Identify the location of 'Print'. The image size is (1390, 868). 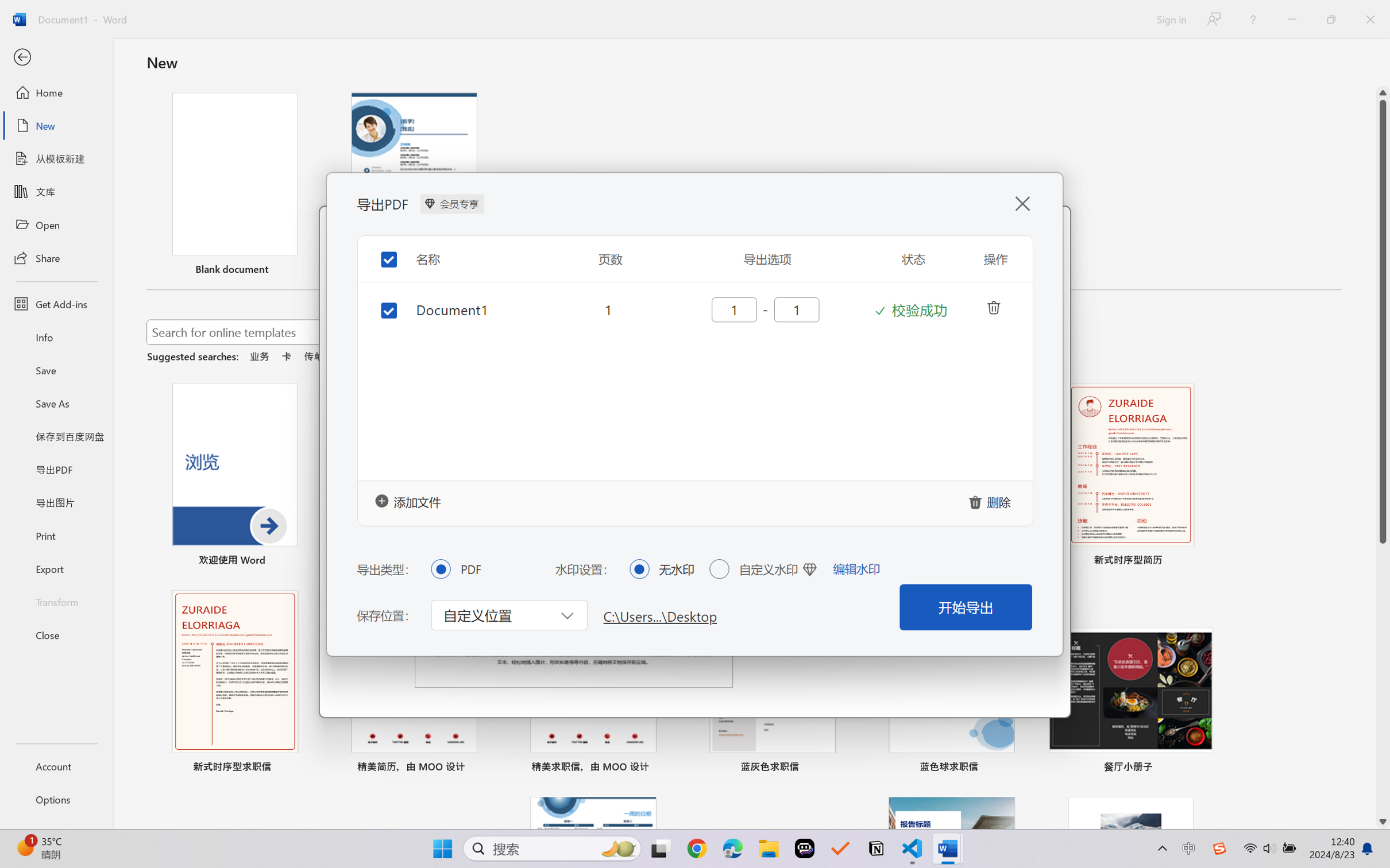
(56, 536).